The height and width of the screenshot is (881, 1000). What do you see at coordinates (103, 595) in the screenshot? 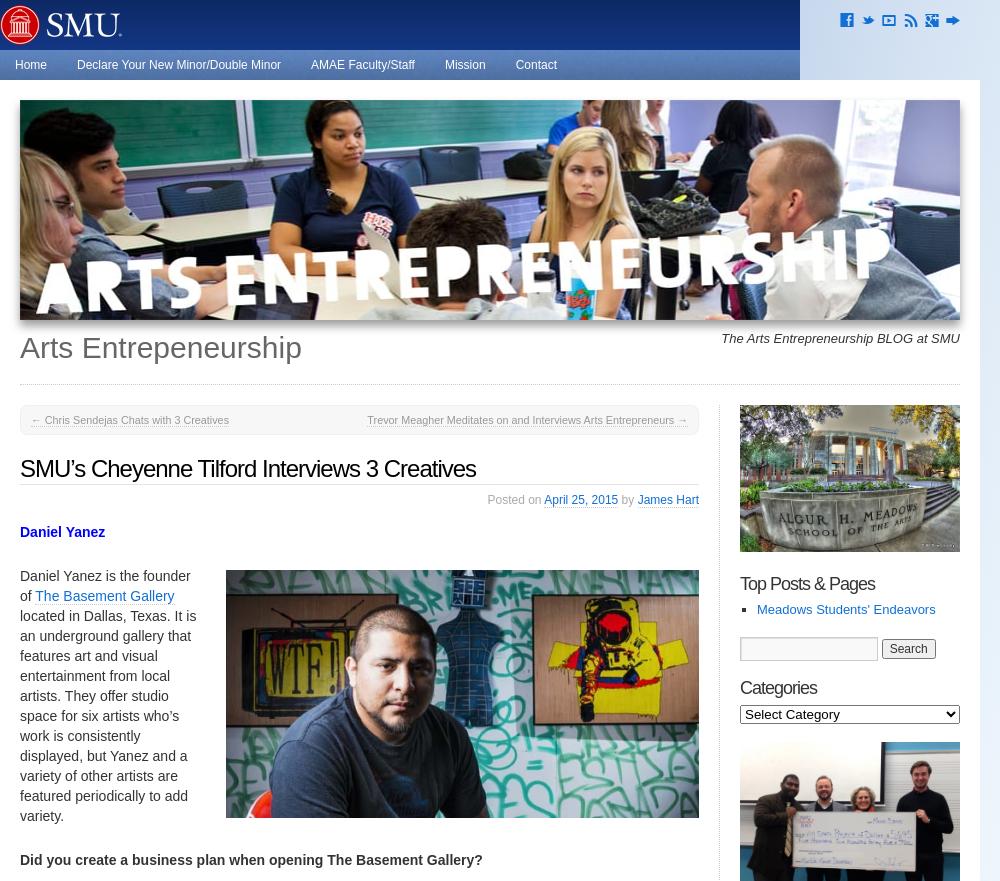
I see `'The Basement Gallery'` at bounding box center [103, 595].